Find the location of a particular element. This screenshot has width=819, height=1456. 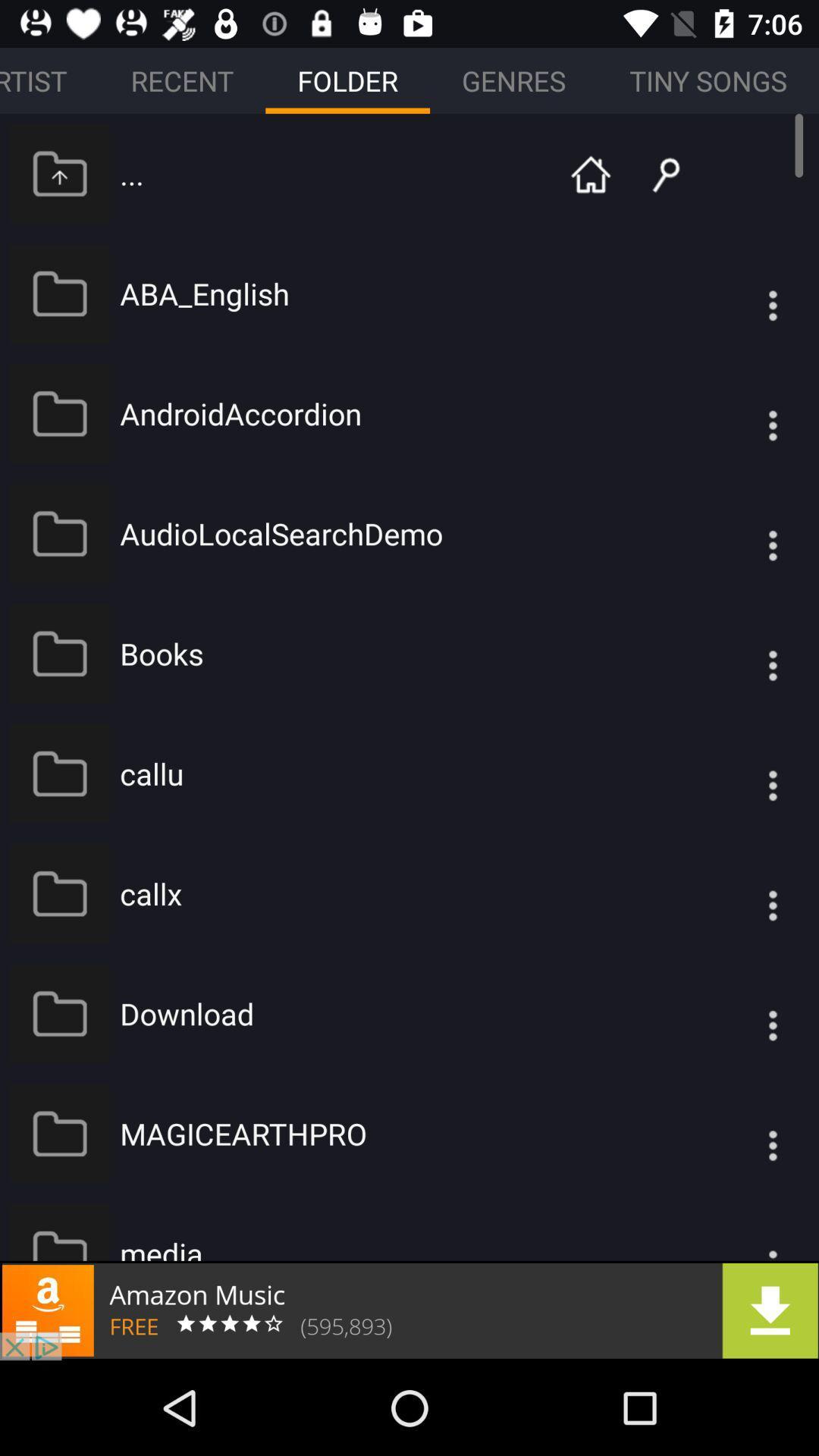

click on advertisement below is located at coordinates (409, 1310).